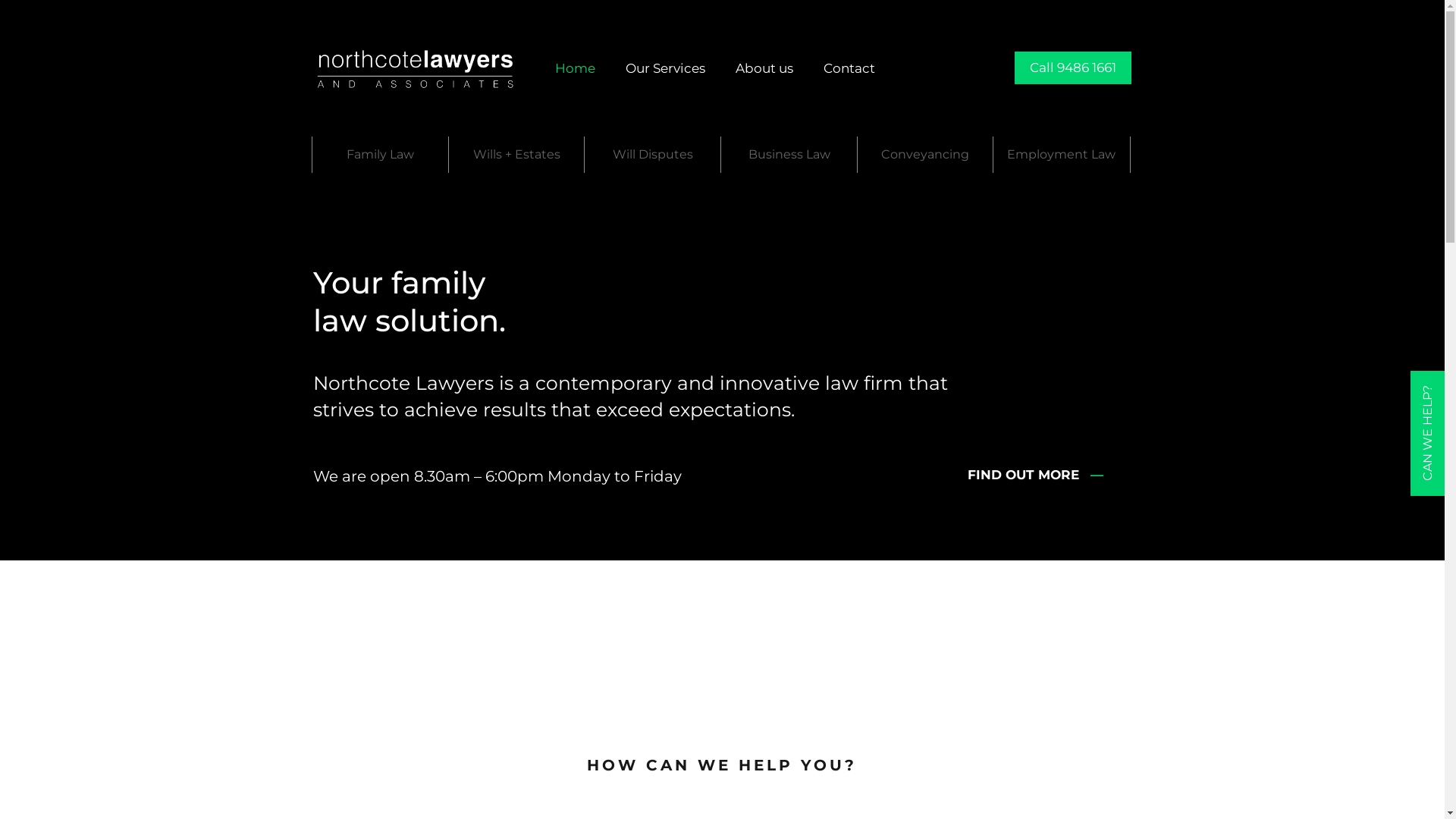 This screenshot has height=819, width=1456. I want to click on 'Business Law', so click(789, 155).